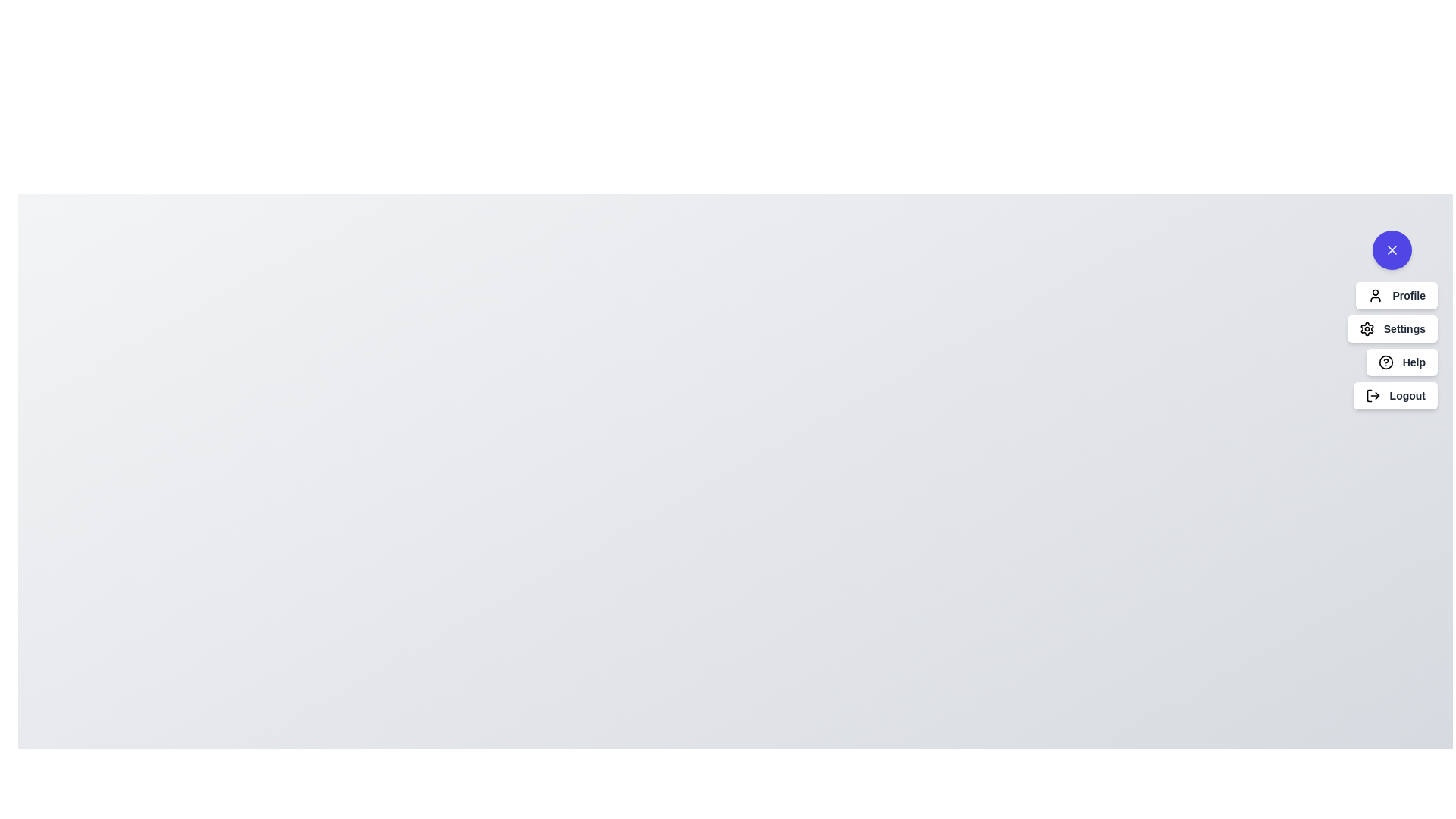 Image resolution: width=1456 pixels, height=819 pixels. Describe the element at coordinates (1401, 362) in the screenshot. I see `the 'Help' button in the UserActionsSpeedDial component` at that location.